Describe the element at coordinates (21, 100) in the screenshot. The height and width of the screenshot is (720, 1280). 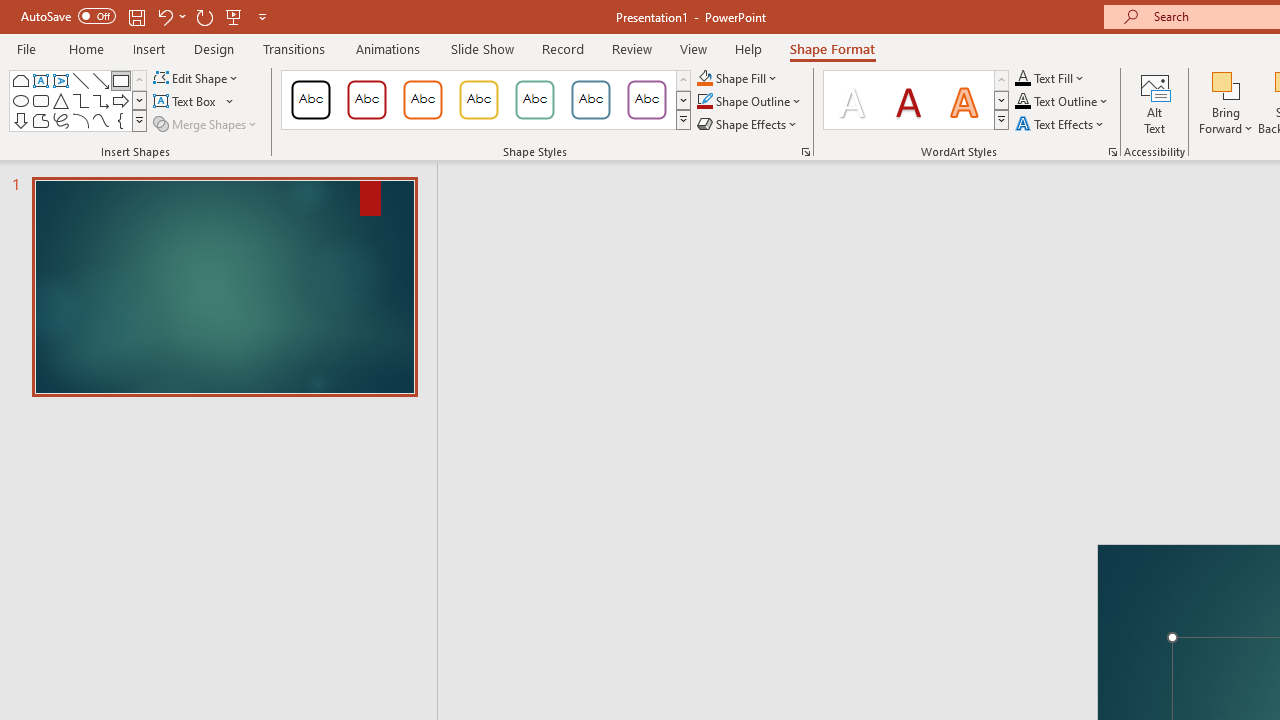
I see `'Oval'` at that location.